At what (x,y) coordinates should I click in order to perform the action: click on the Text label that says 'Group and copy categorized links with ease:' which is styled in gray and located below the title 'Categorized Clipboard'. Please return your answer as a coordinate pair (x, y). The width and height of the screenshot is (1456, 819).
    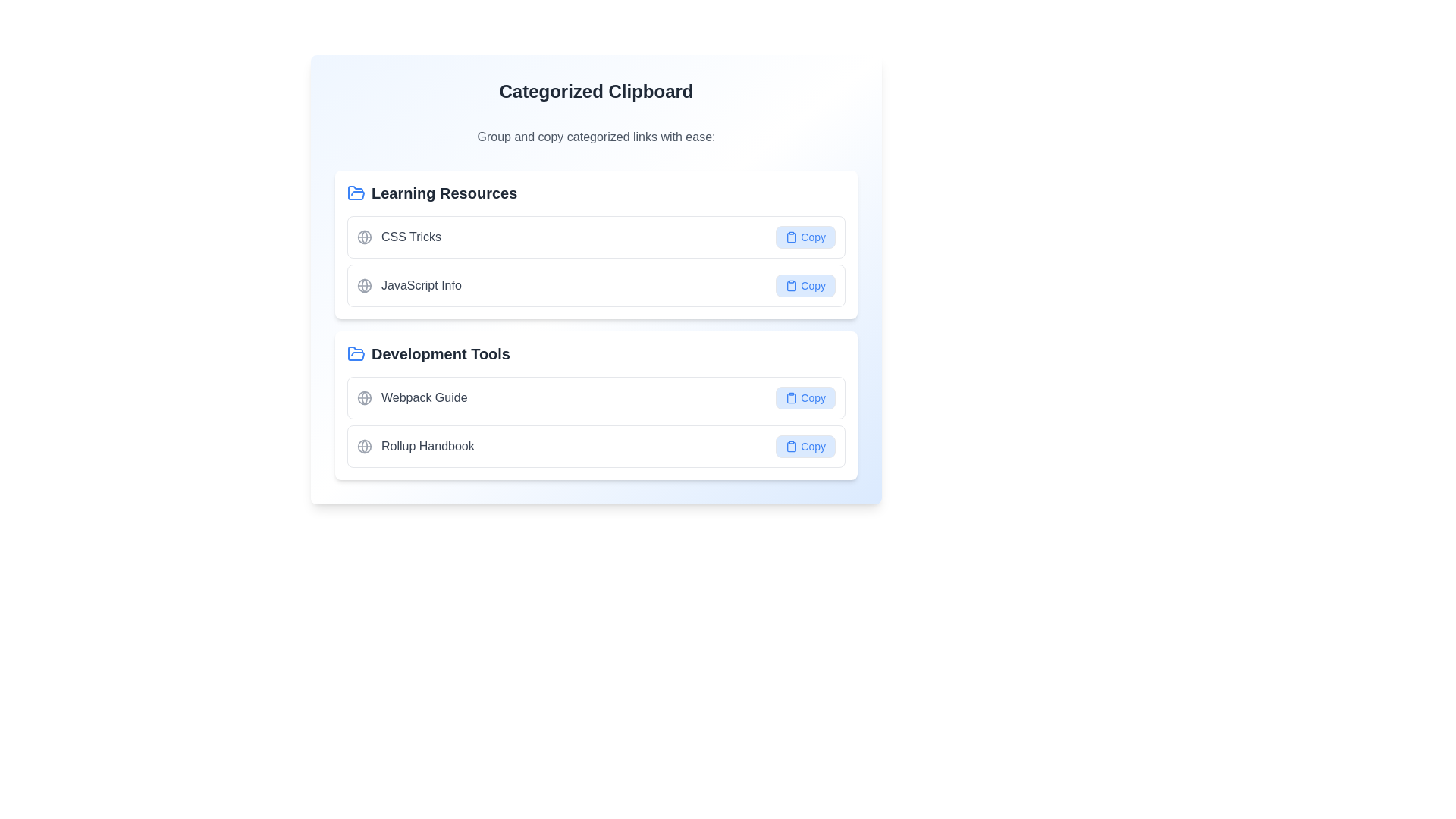
    Looking at the image, I should click on (595, 137).